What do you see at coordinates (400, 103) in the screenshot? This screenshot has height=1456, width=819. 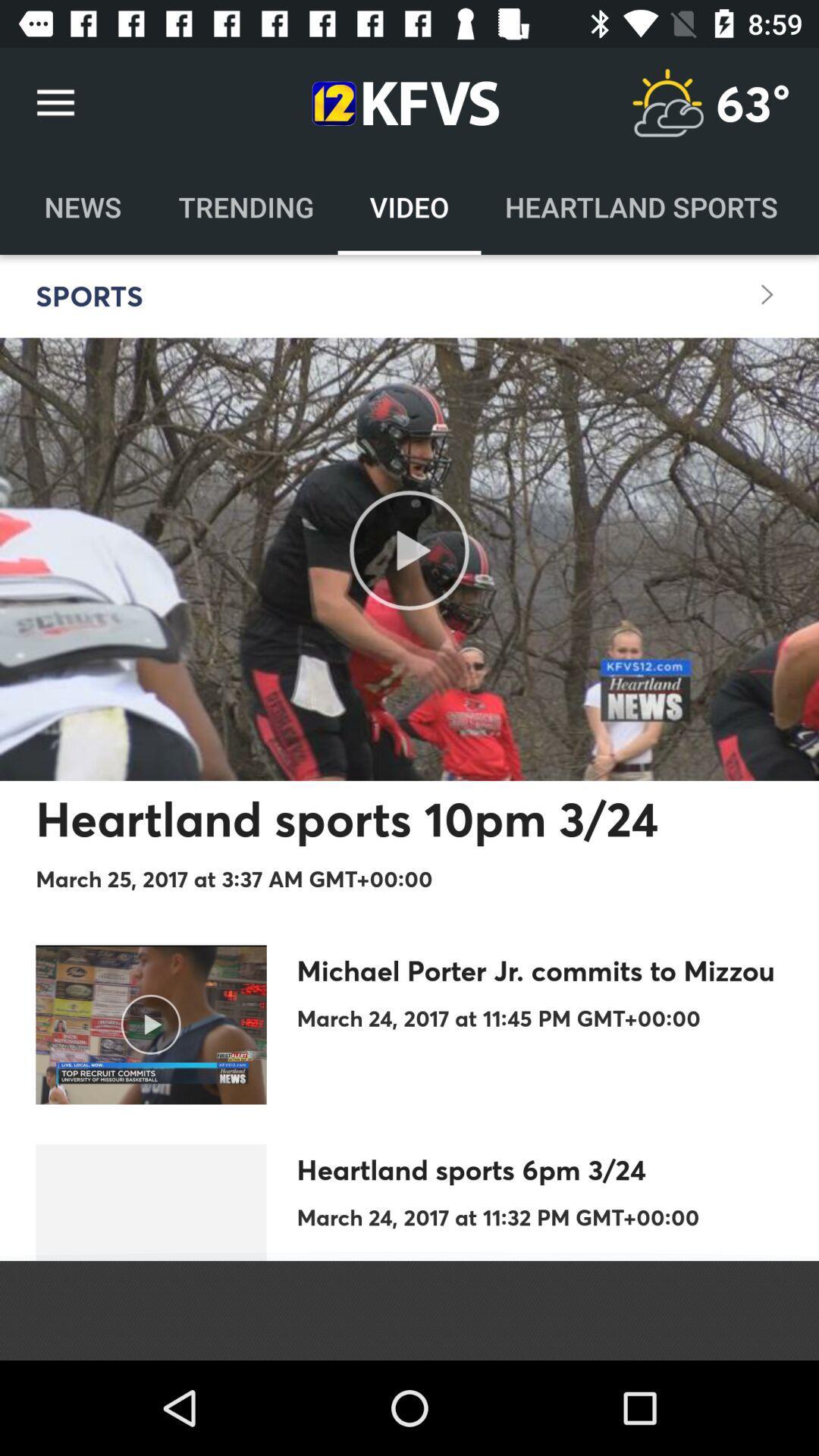 I see `the image above video option` at bounding box center [400, 103].